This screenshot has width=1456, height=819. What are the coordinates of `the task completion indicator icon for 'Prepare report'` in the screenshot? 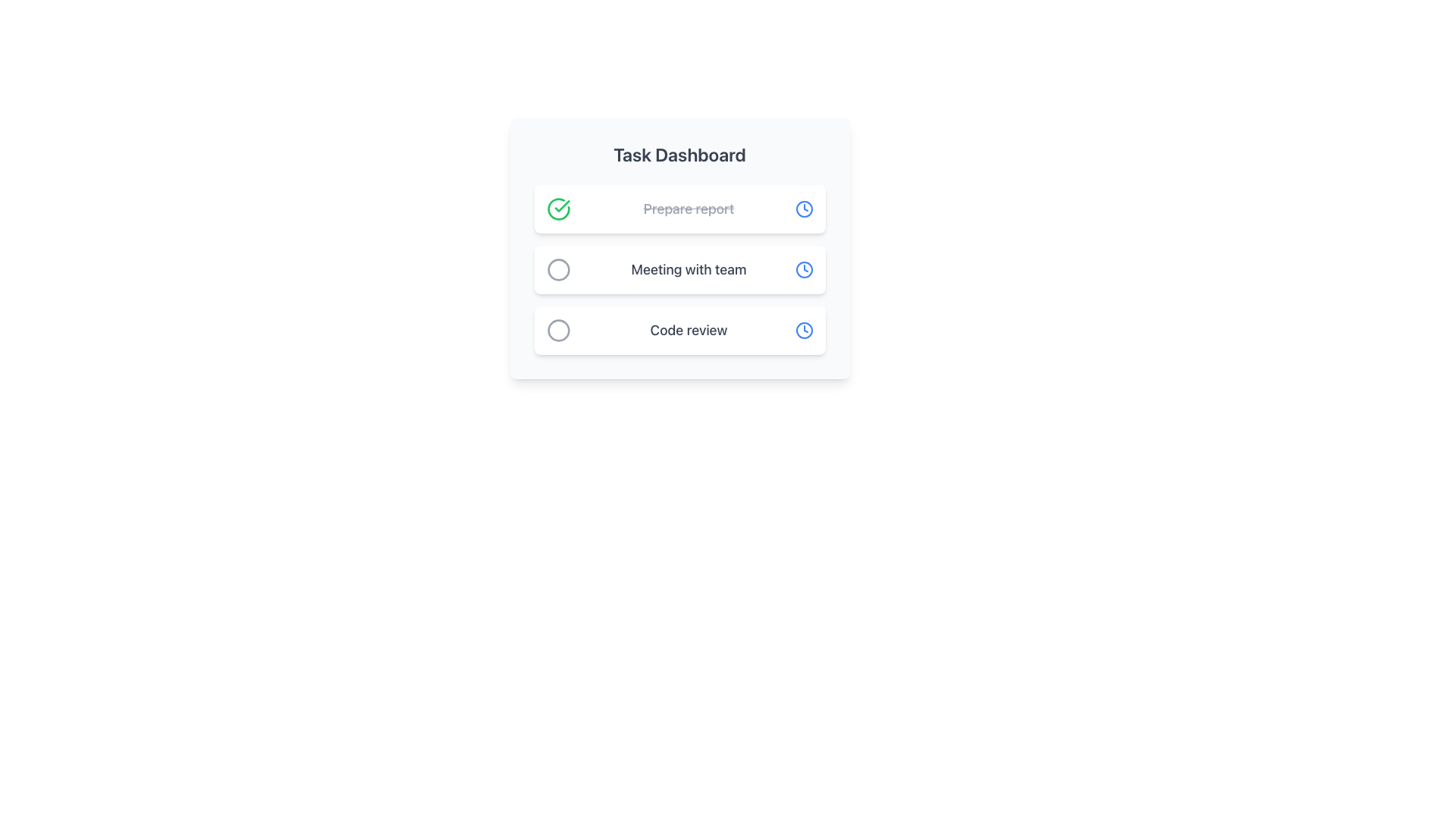 It's located at (557, 209).